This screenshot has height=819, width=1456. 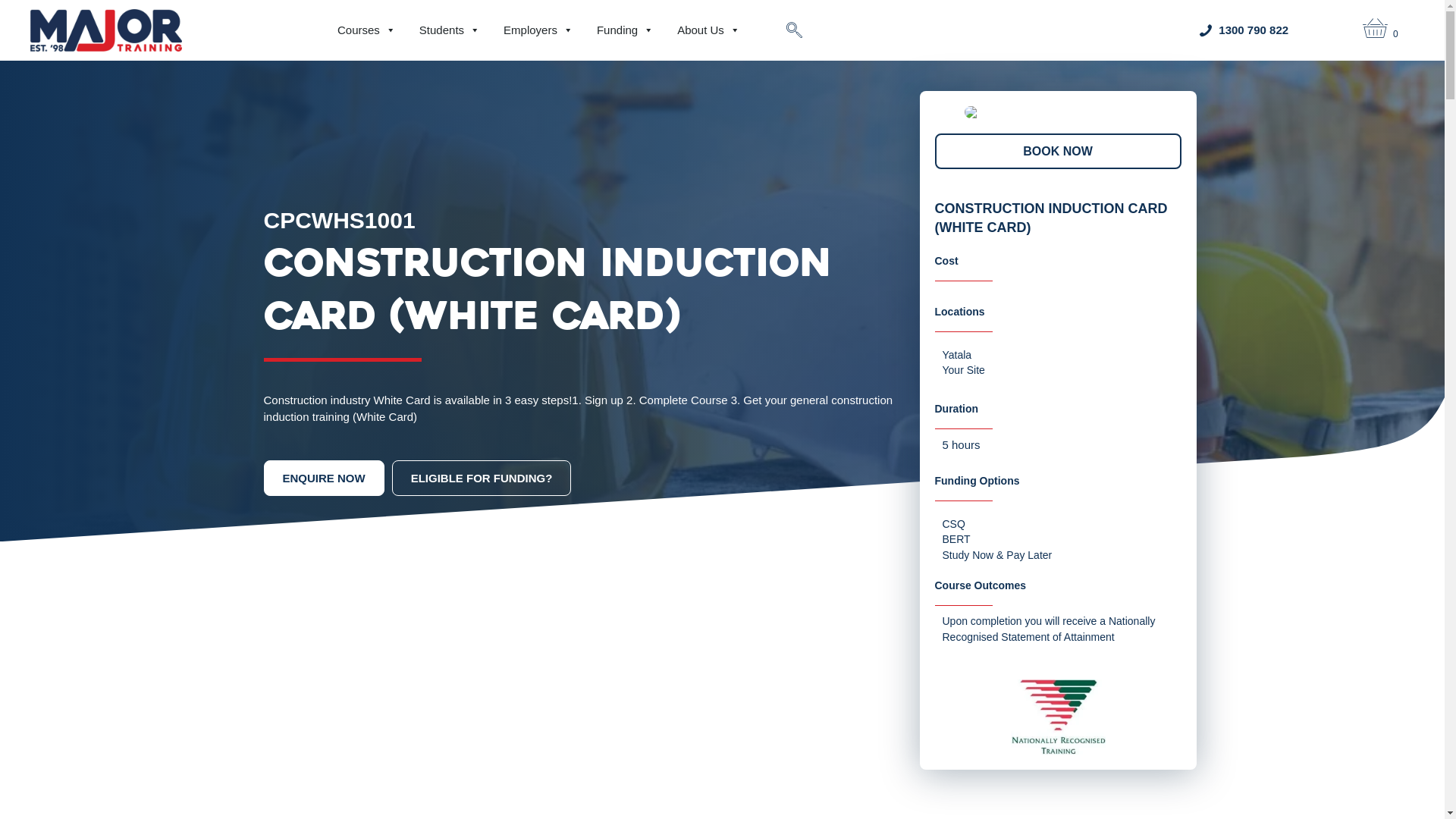 I want to click on 'Yatala', so click(x=955, y=354).